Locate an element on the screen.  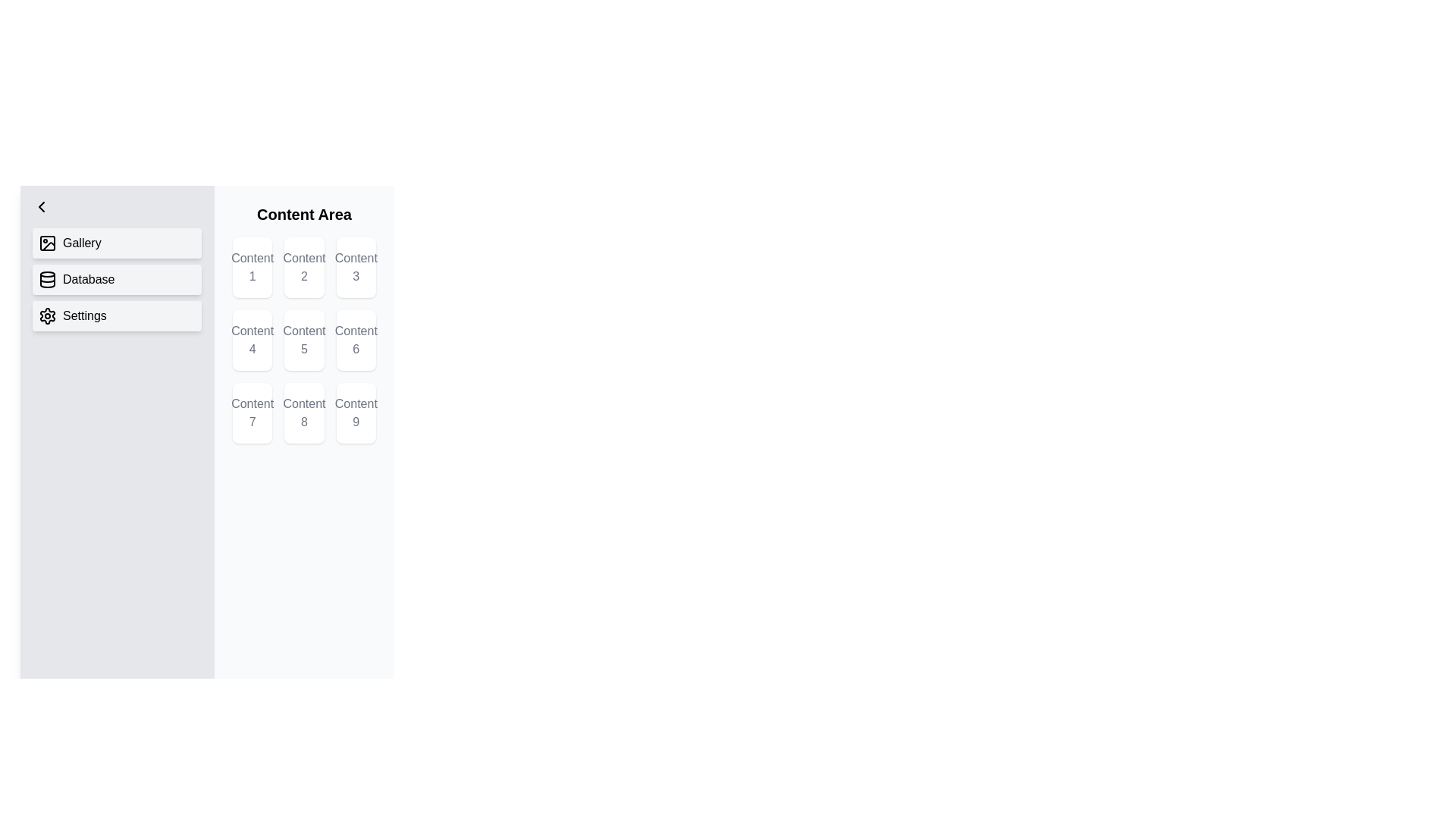
the button labeled 'Content 5' which is styled with a white background and rounded corners is located at coordinates (303, 339).